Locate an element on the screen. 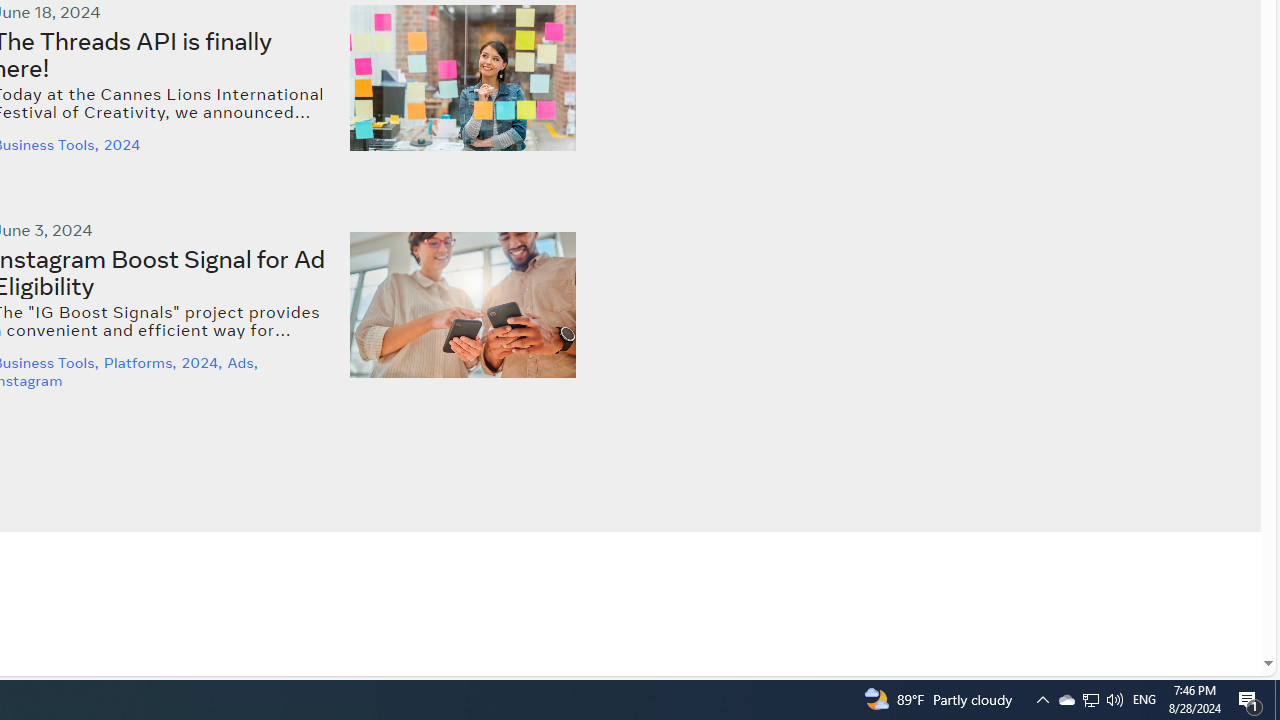  '2024' is located at coordinates (123, 144).